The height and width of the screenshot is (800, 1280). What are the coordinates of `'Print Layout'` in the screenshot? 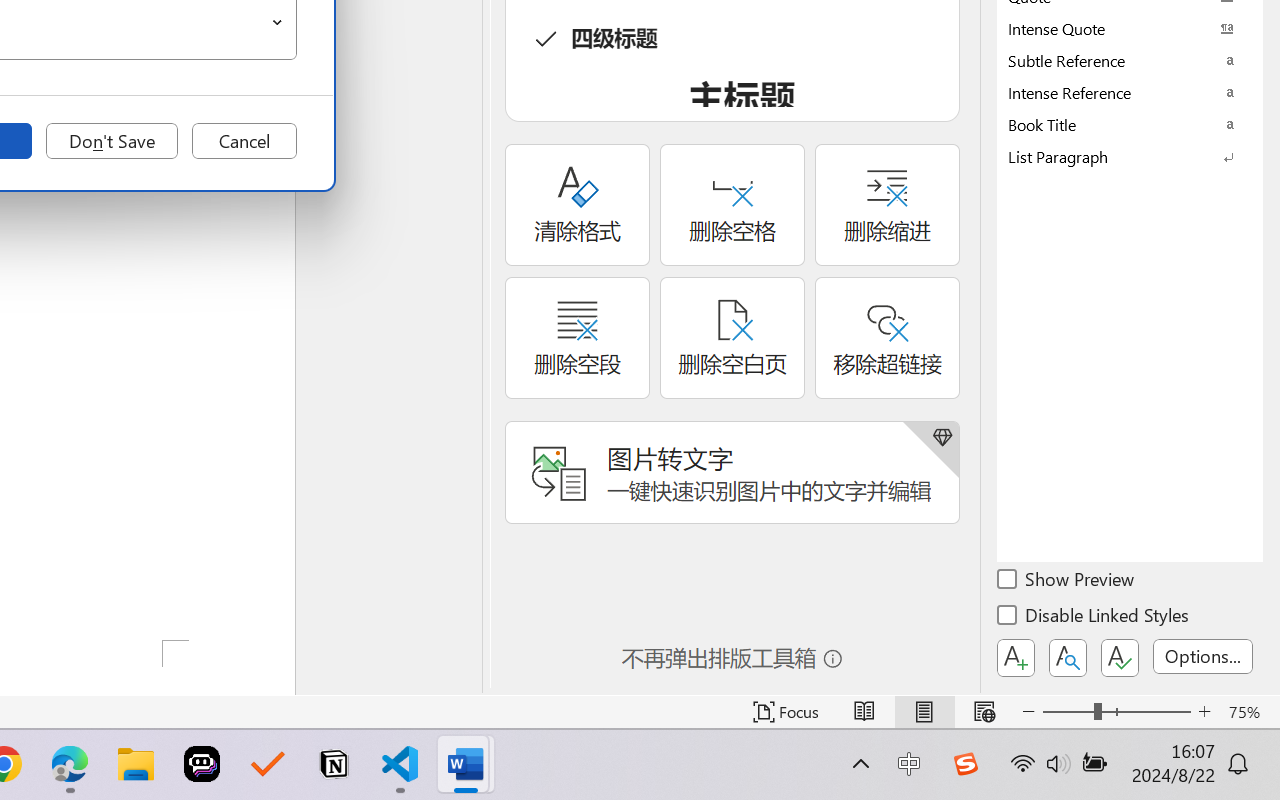 It's located at (923, 711).